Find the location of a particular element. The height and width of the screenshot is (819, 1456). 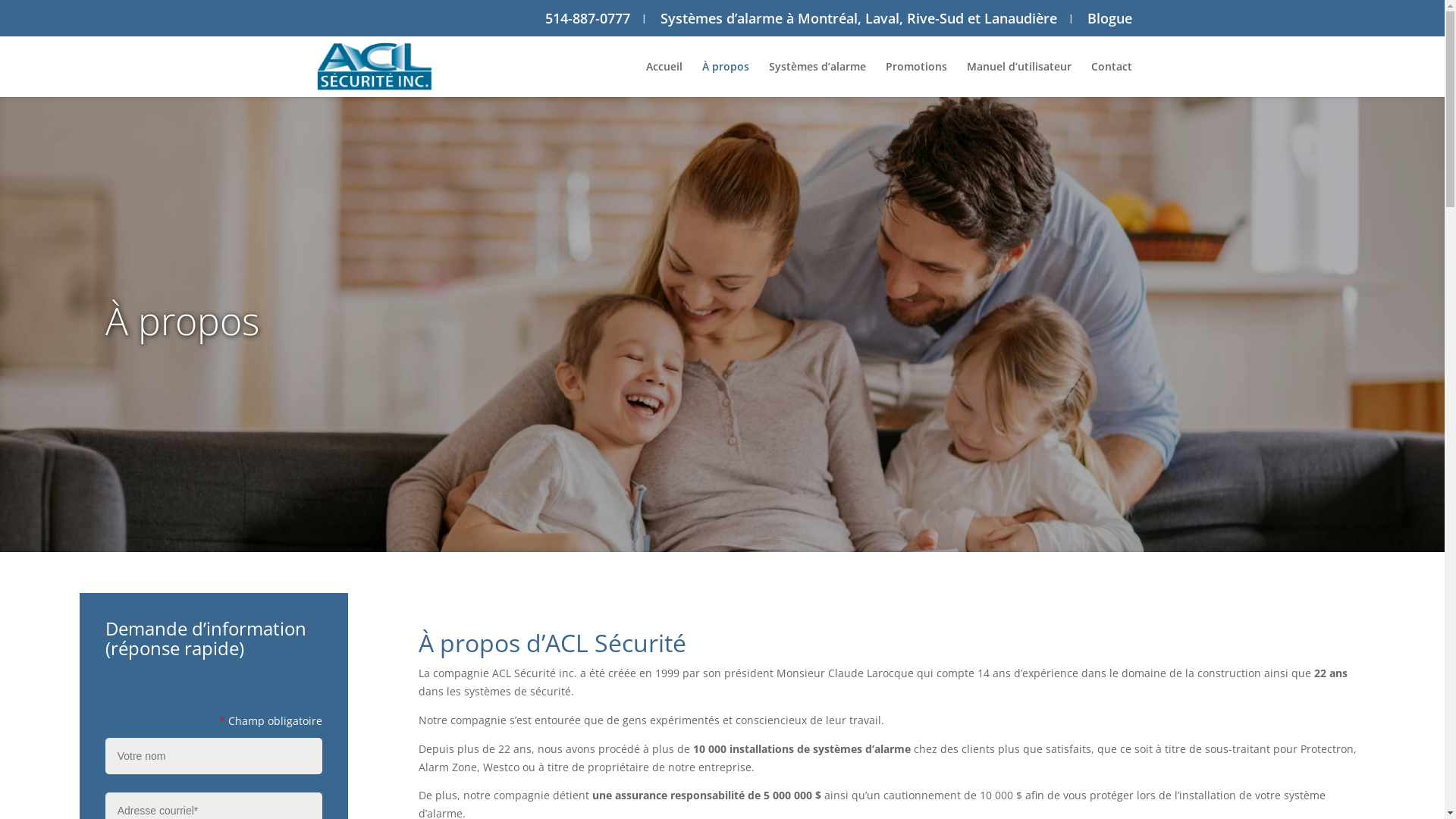

'Accueil' is located at coordinates (645, 79).